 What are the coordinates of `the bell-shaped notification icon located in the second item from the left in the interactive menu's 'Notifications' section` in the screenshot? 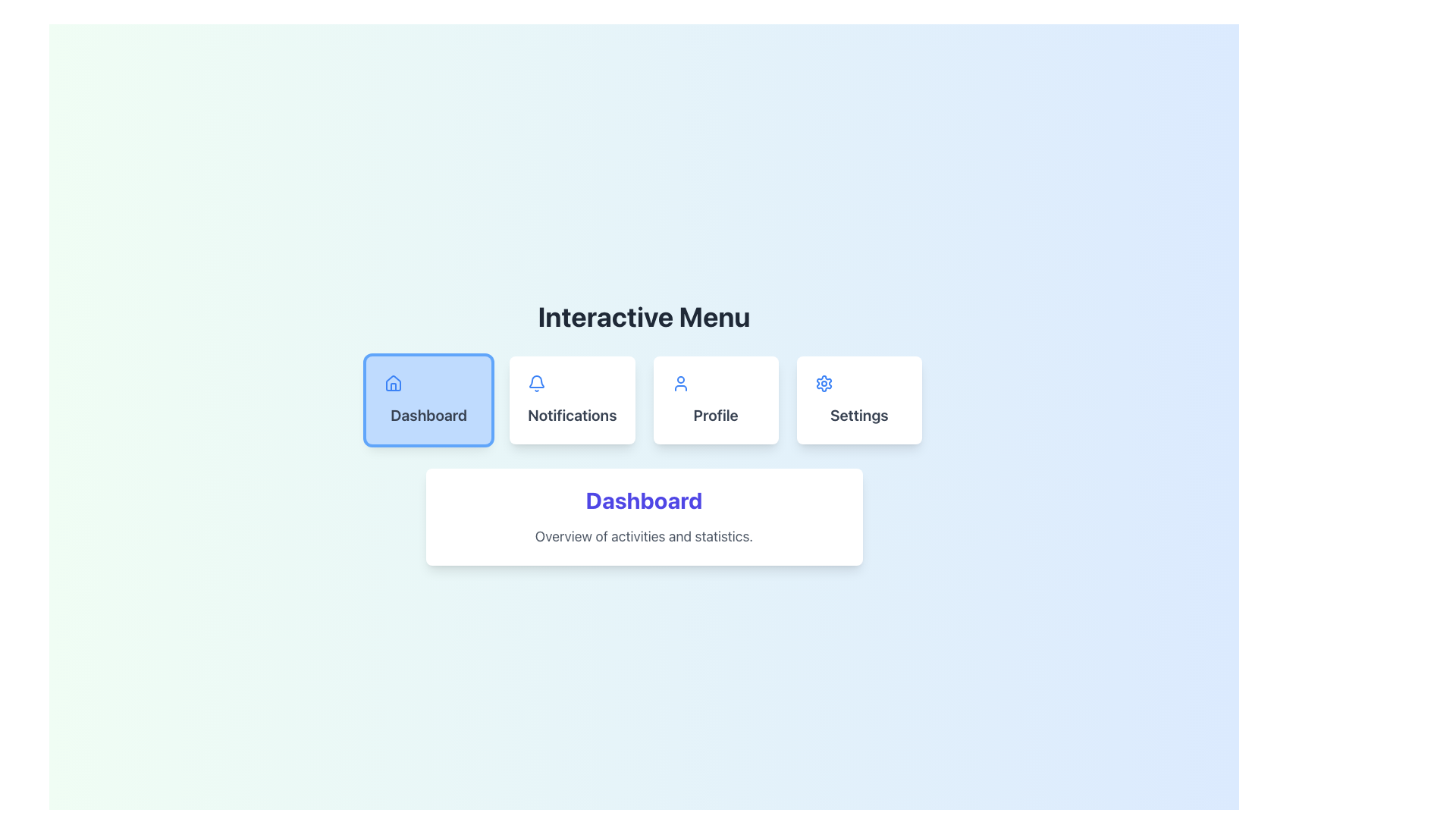 It's located at (537, 381).